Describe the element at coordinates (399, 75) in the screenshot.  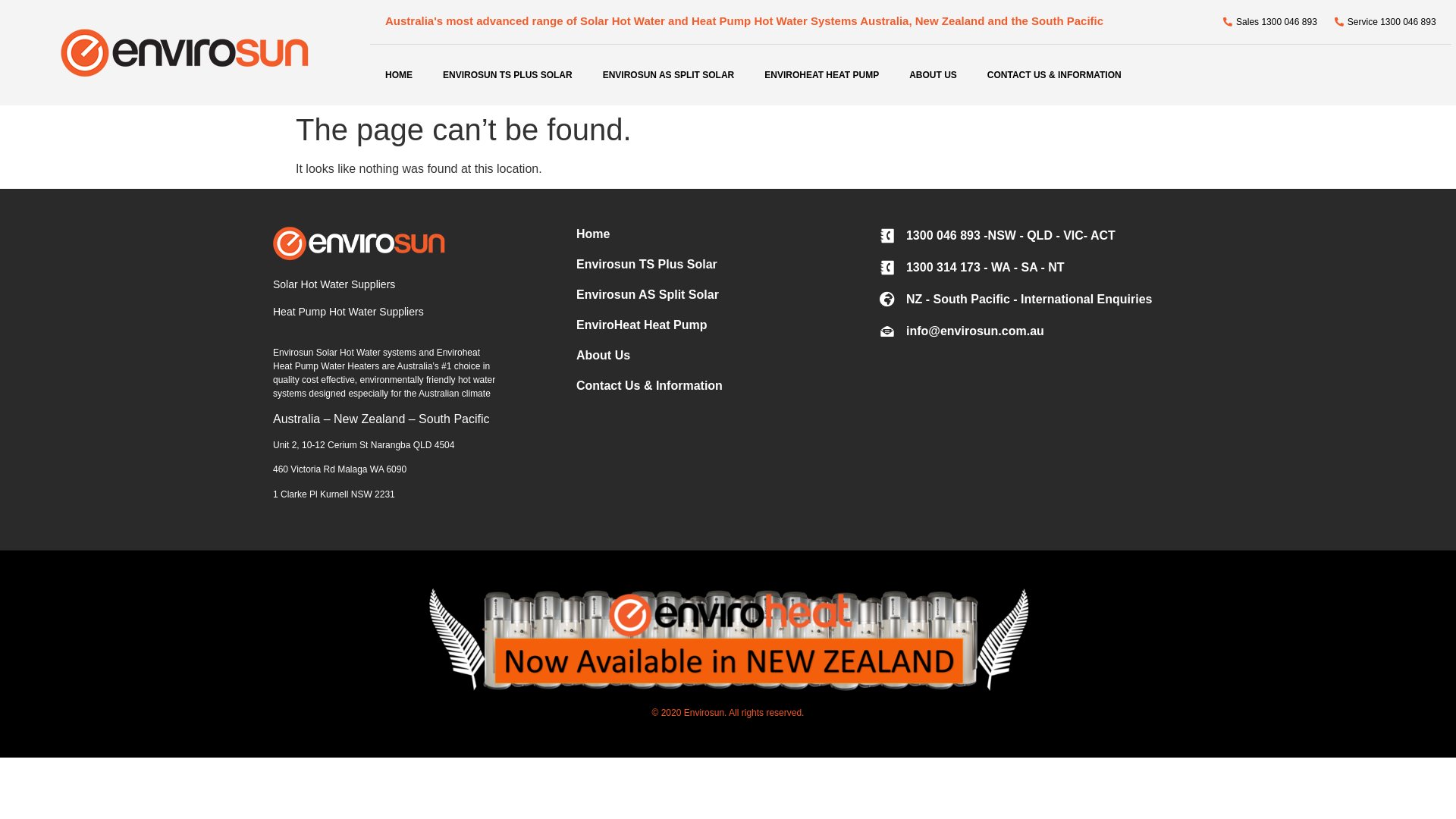
I see `'HOME'` at that location.